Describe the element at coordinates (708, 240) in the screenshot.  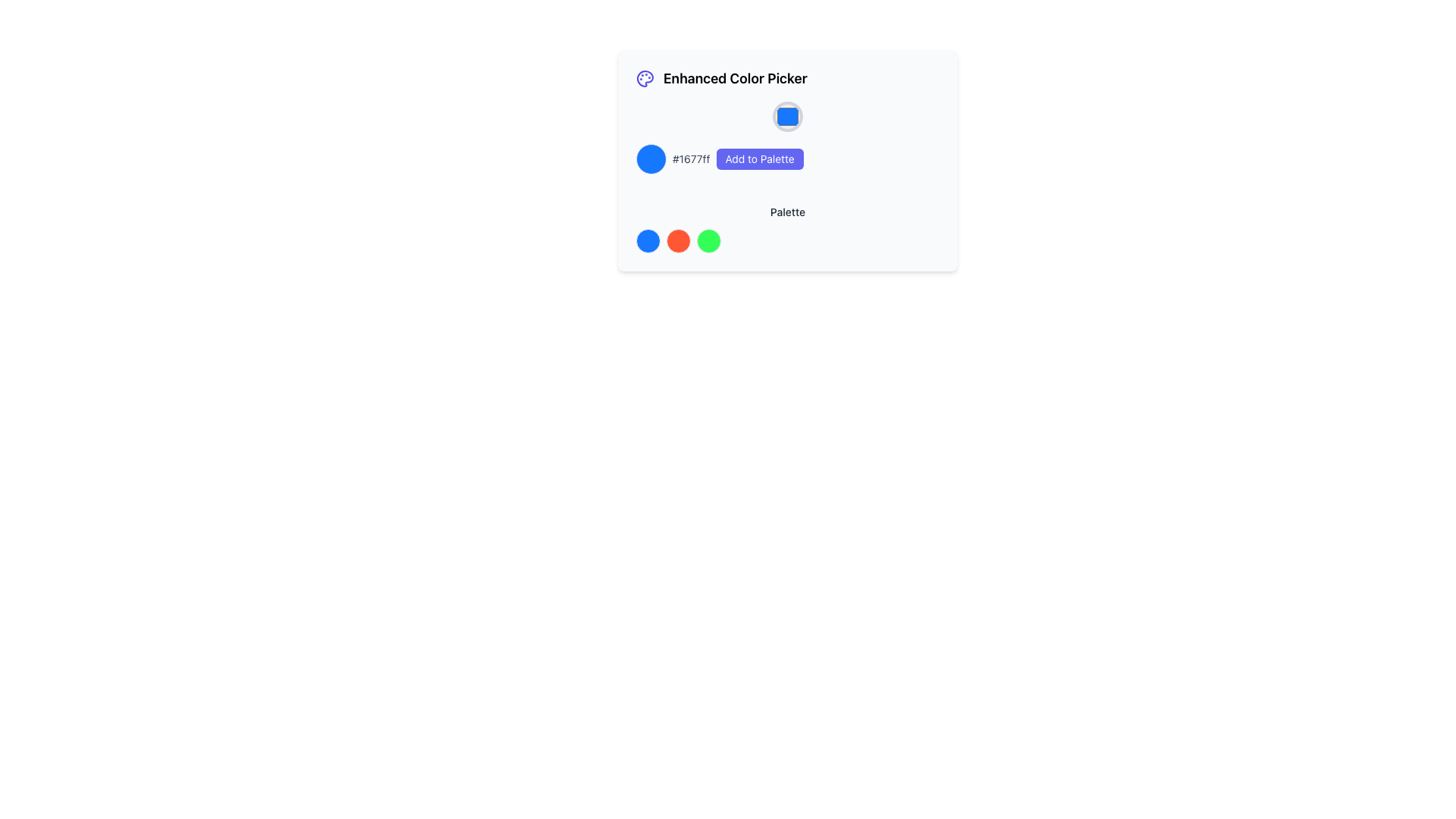
I see `the vibrant green circular color selection icon located in the third slot from the left among a row of similar icons` at that location.